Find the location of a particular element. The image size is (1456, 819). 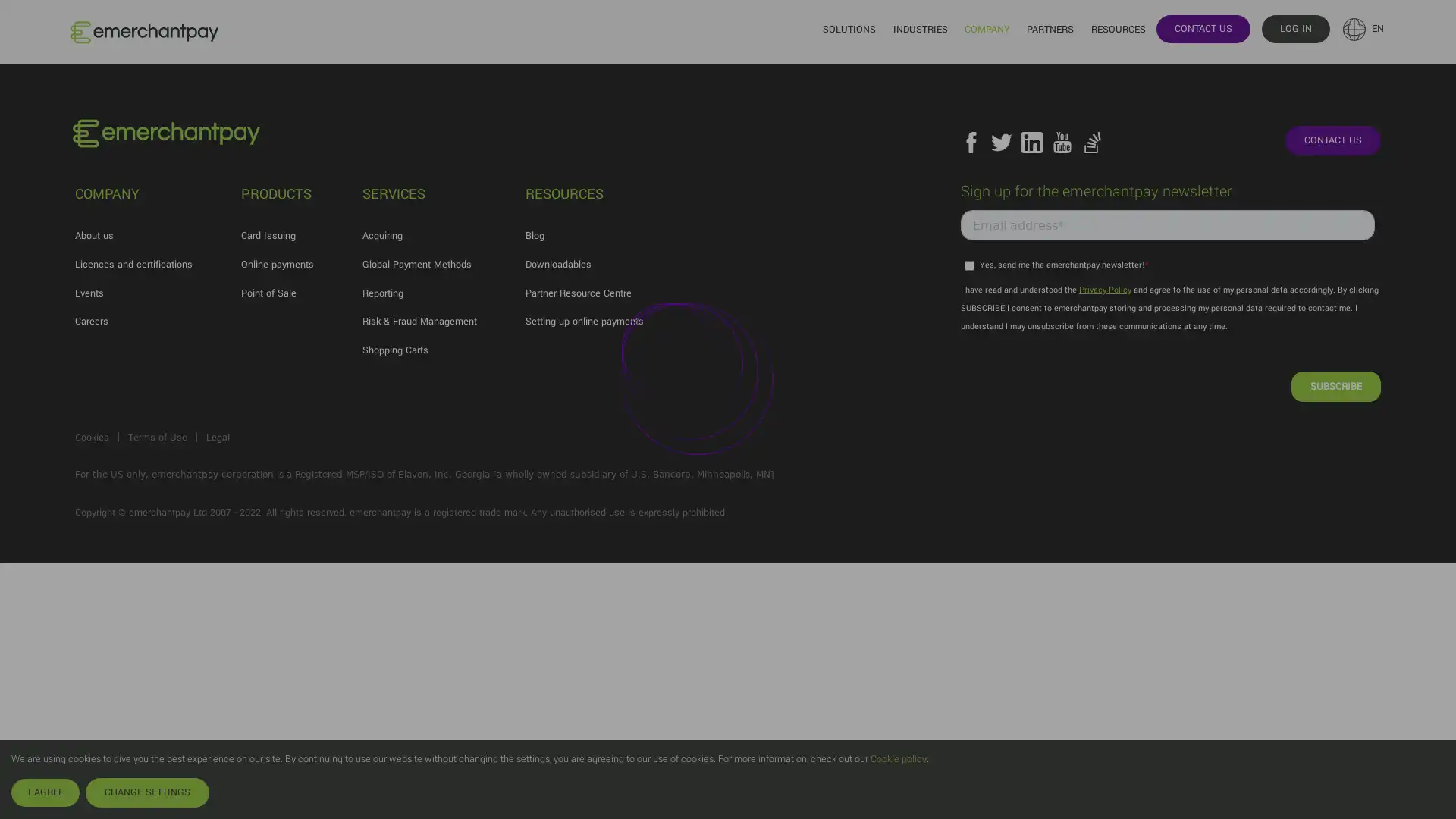

LOG IN is located at coordinates (1294, 28).